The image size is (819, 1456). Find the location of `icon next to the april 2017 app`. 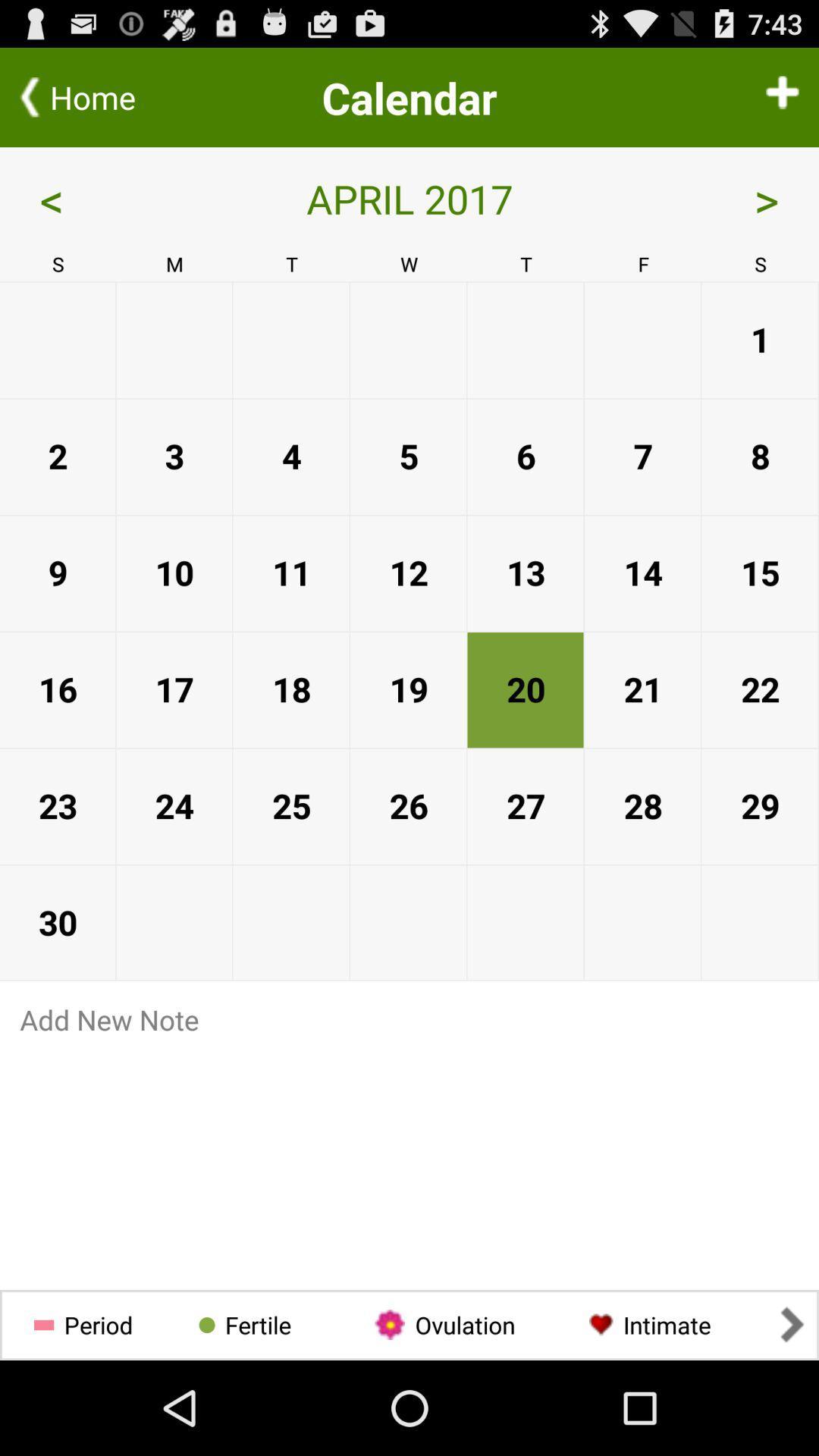

icon next to the april 2017 app is located at coordinates (717, 198).